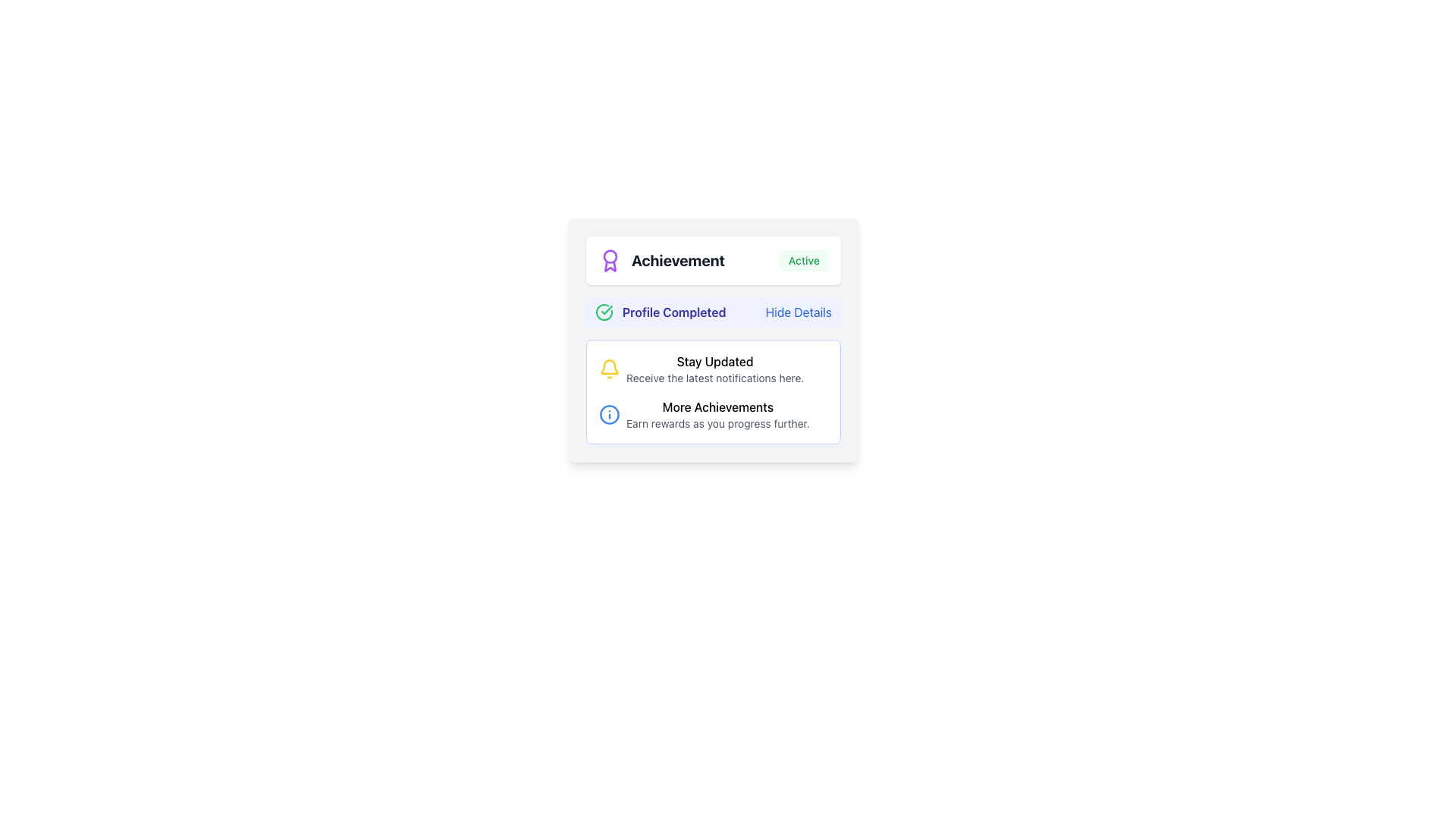 Image resolution: width=1456 pixels, height=819 pixels. I want to click on the status icon indicating 'Profile Completed', which is located to the left of the text 'Profile Completed', so click(603, 312).